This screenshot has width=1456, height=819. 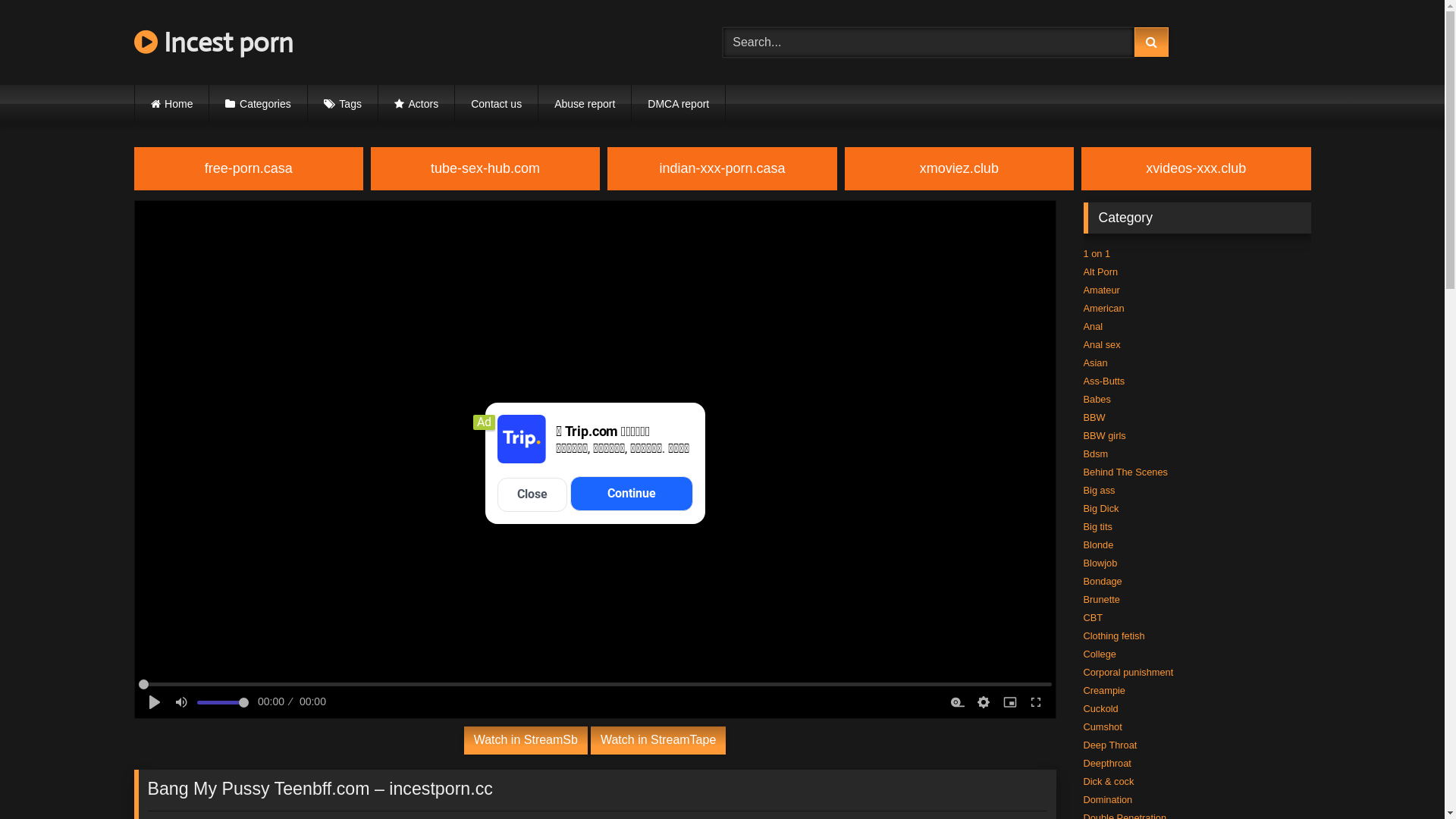 I want to click on 'Cuckold', so click(x=1100, y=708).